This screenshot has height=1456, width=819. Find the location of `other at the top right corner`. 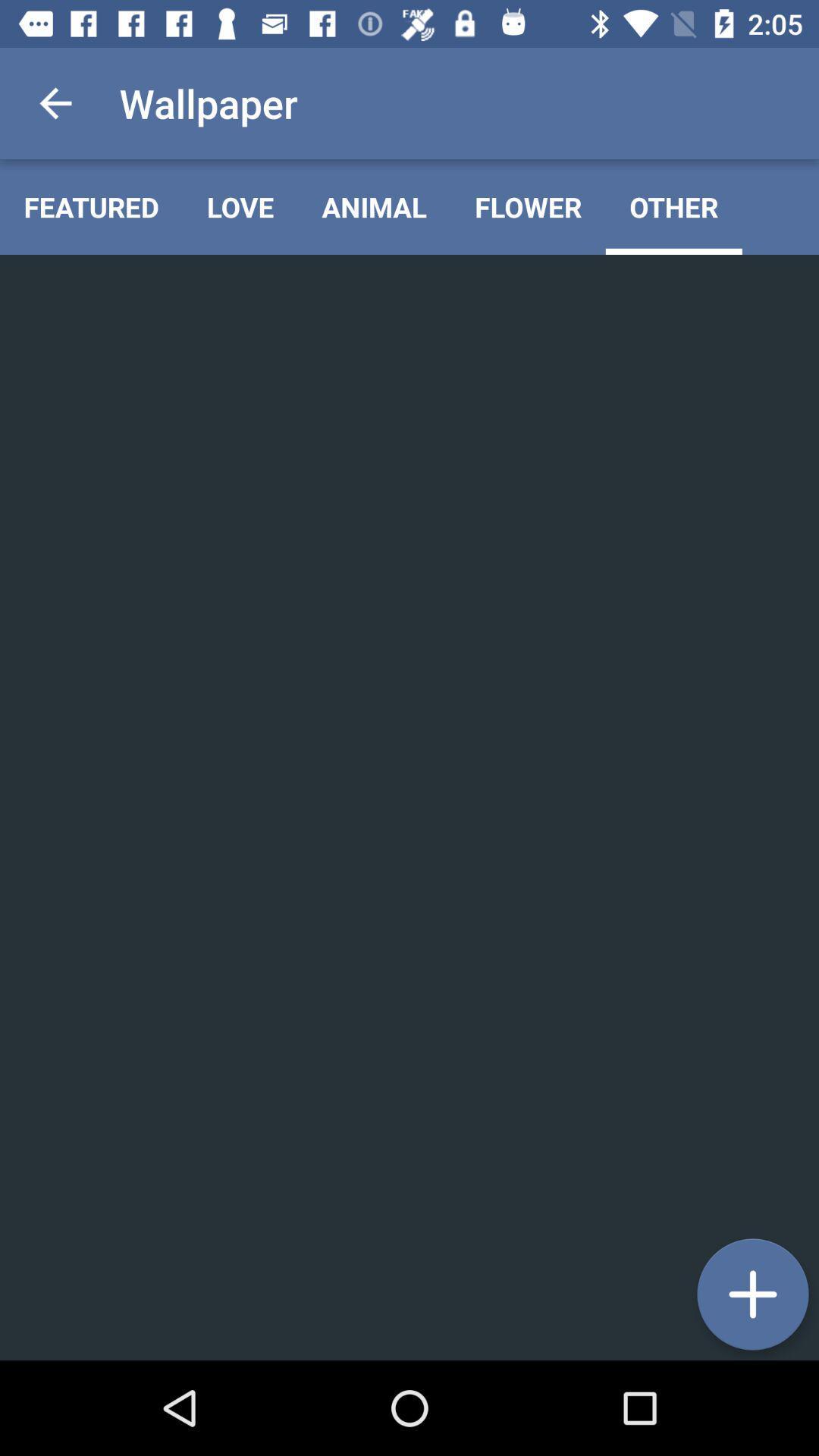

other at the top right corner is located at coordinates (673, 206).